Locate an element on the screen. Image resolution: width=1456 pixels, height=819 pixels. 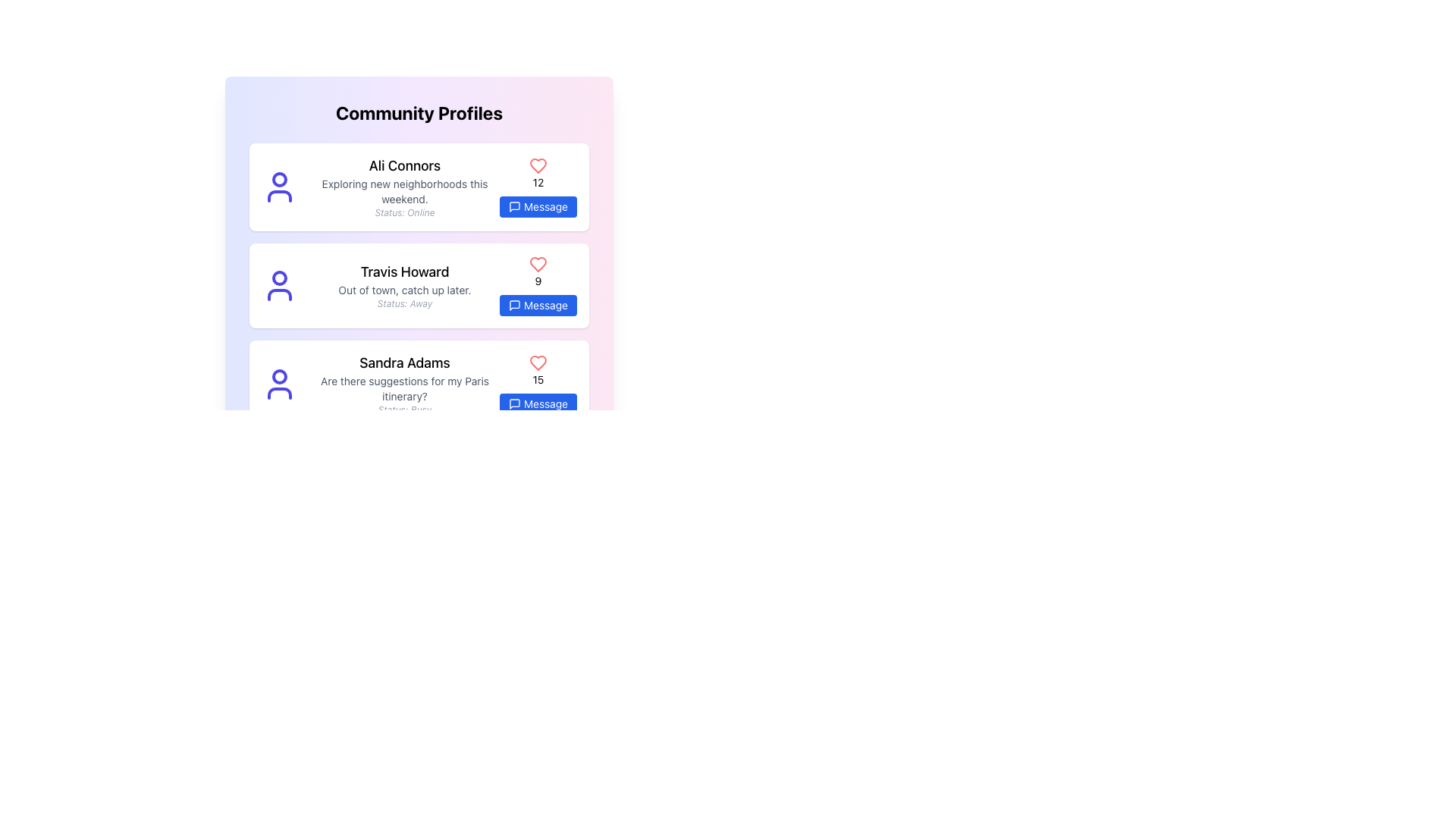
the SVG graphic representing the user 'Ali Connors' located in the topmost card under 'Community Profiles' is located at coordinates (280, 186).